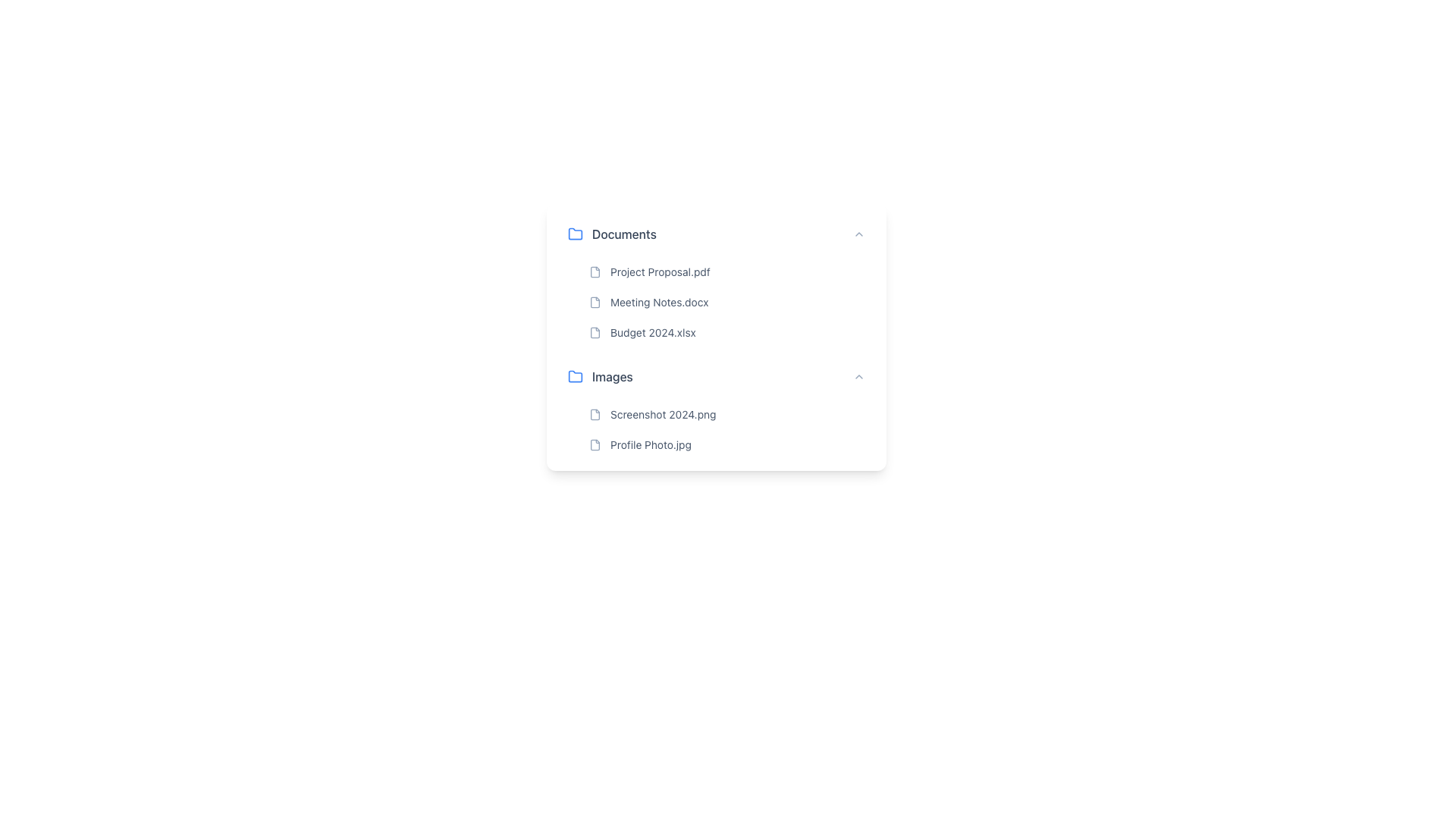 This screenshot has width=1456, height=819. I want to click on the text label for the file 'Profile Photo.jpg' located, so click(651, 444).